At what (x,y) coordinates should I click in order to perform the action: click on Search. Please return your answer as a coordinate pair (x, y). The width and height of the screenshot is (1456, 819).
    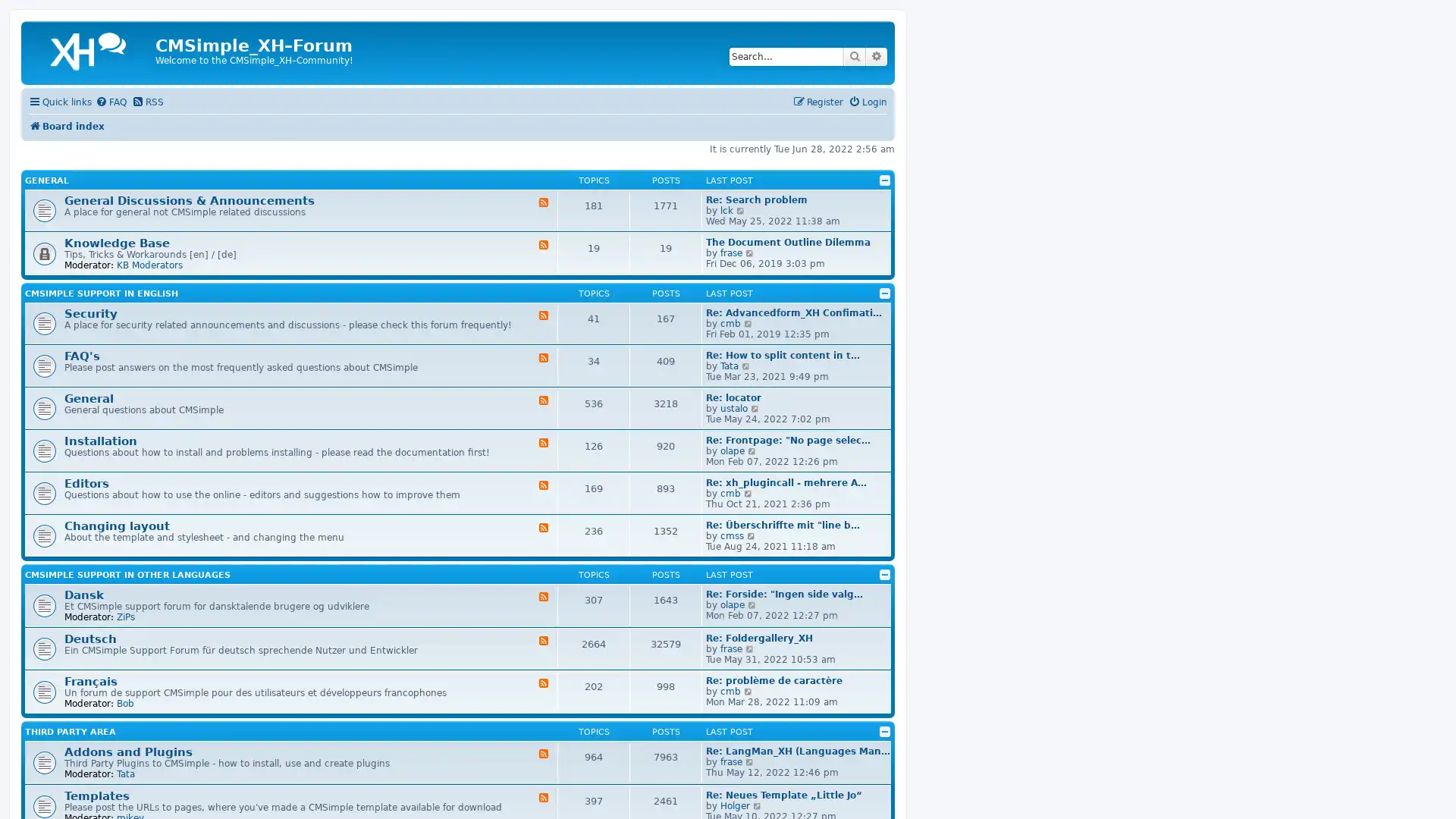
    Looking at the image, I should click on (855, 55).